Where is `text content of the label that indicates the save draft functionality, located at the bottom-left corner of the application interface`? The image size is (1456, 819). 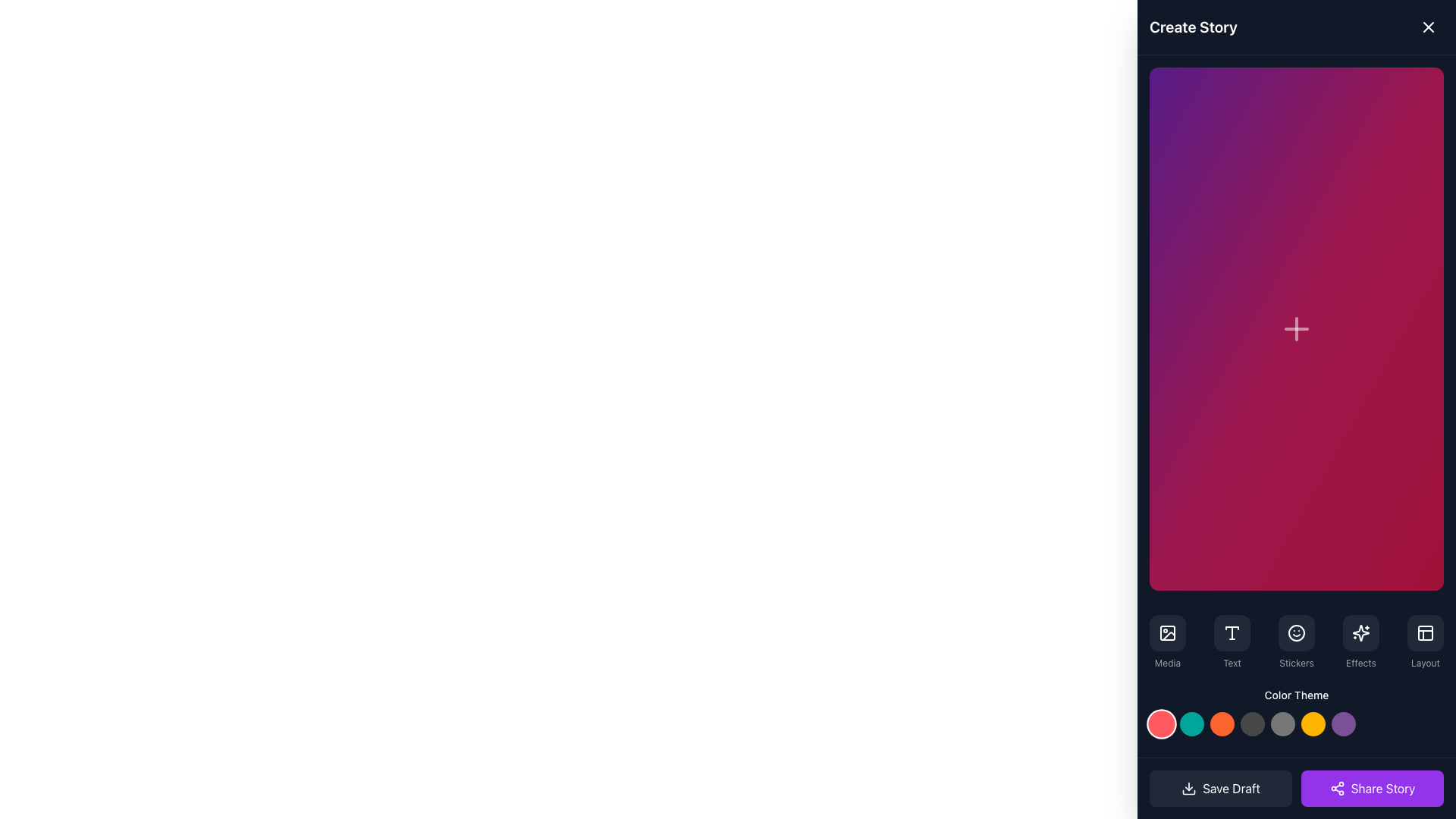 text content of the label that indicates the save draft functionality, located at the bottom-left corner of the application interface is located at coordinates (1231, 788).